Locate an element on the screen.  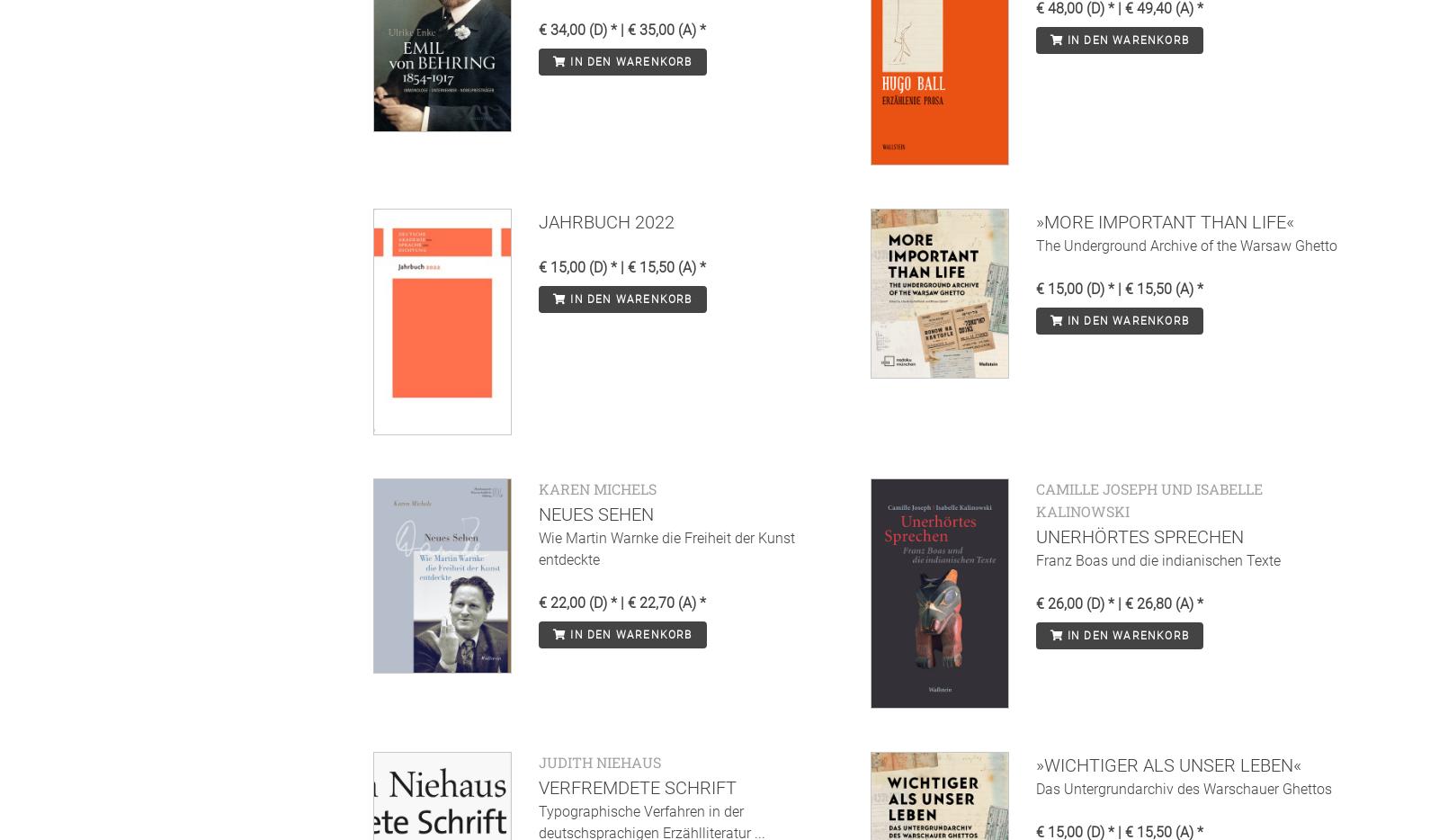
'€ 26,00 (D) * | € 26,80 (A) *' is located at coordinates (1118, 602).